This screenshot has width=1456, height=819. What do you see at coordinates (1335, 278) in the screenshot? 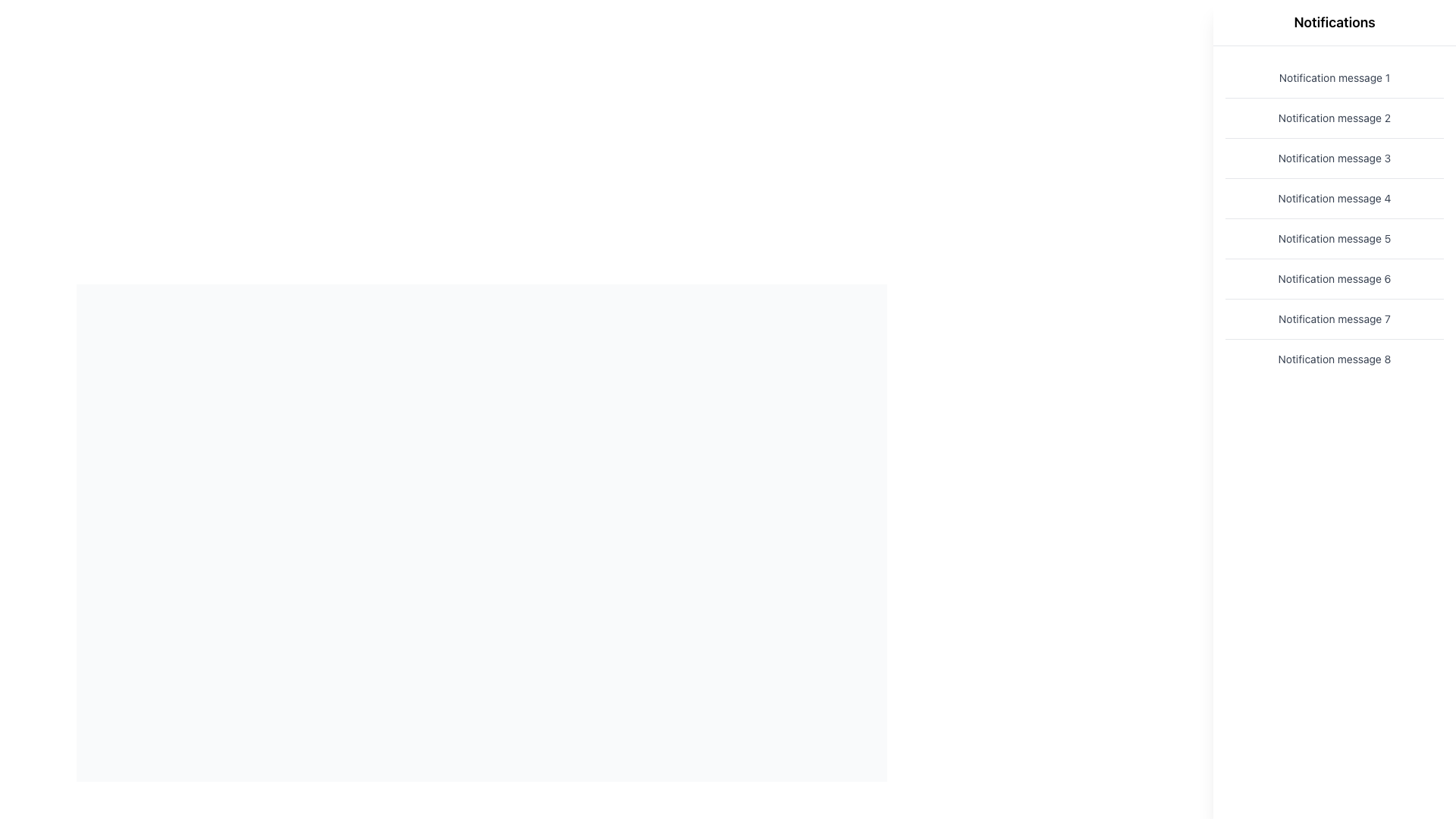
I see `the sixth notification message in the scrolling list located on the far right of the interface` at bounding box center [1335, 278].